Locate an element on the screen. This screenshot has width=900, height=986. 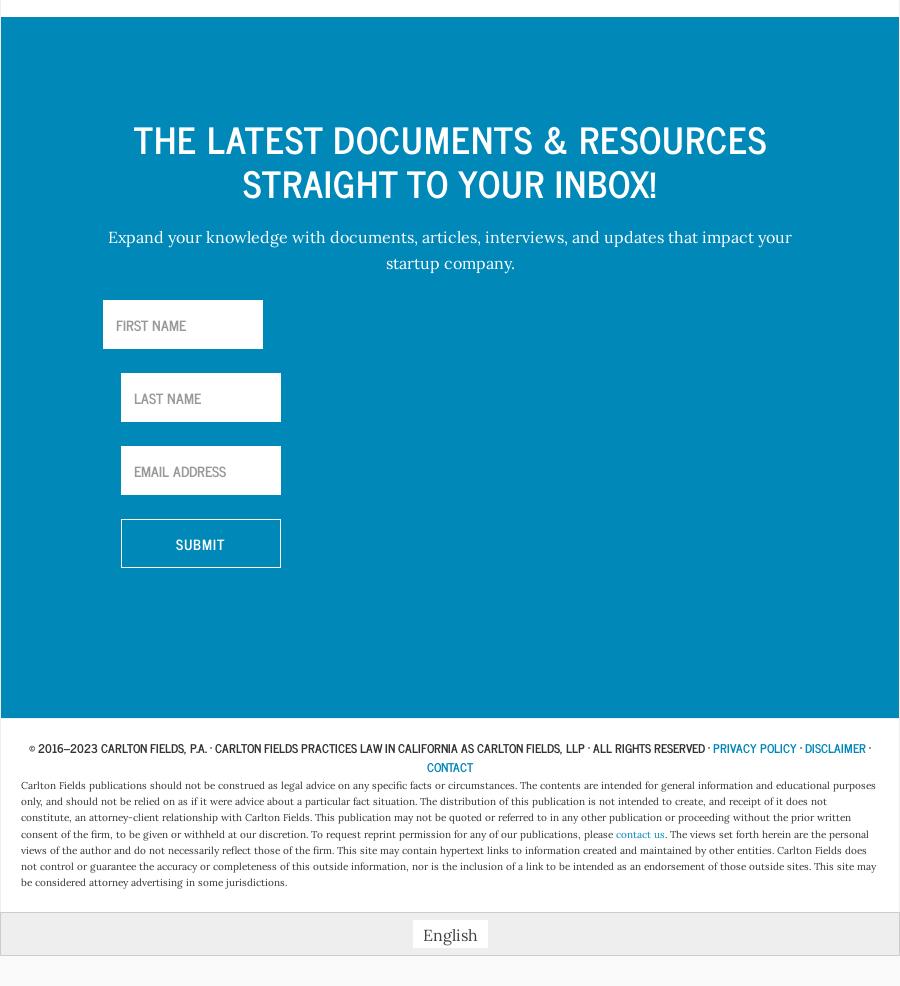
'The Latest Documents & Resources Straight to your Inbox!' is located at coordinates (449, 160).